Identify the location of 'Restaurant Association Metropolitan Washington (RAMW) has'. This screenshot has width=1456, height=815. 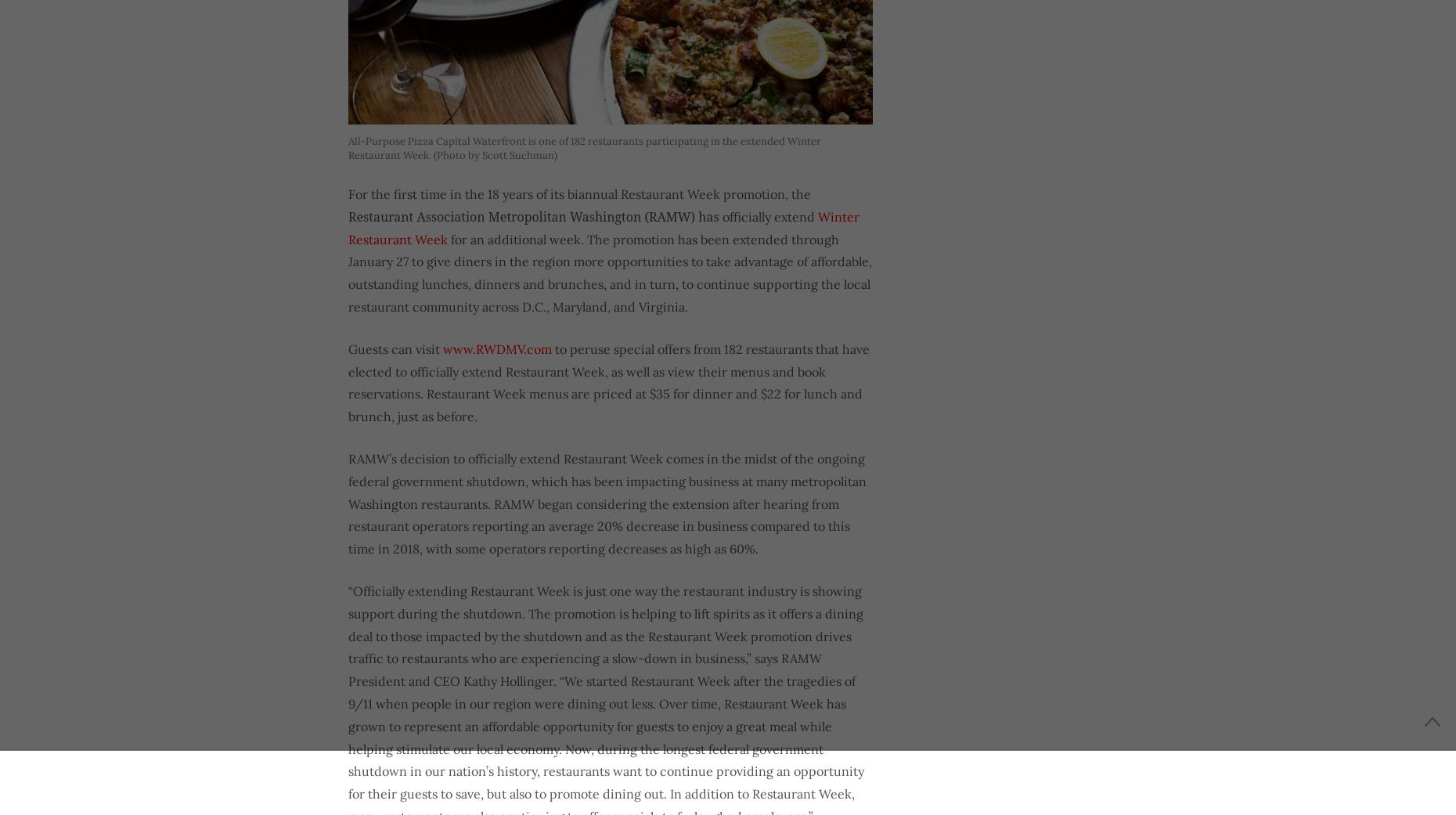
(348, 215).